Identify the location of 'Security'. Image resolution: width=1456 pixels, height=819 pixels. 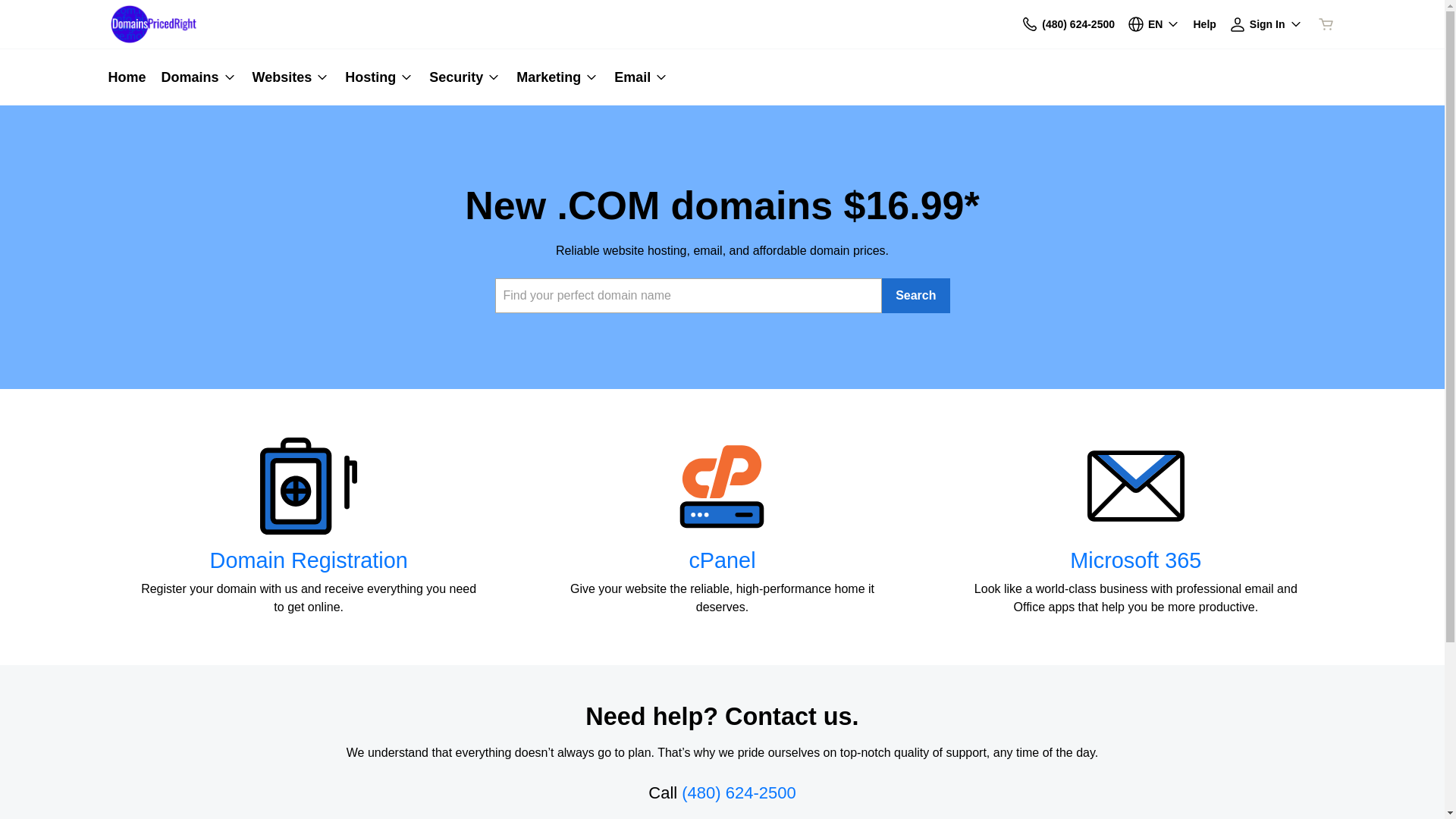
(464, 77).